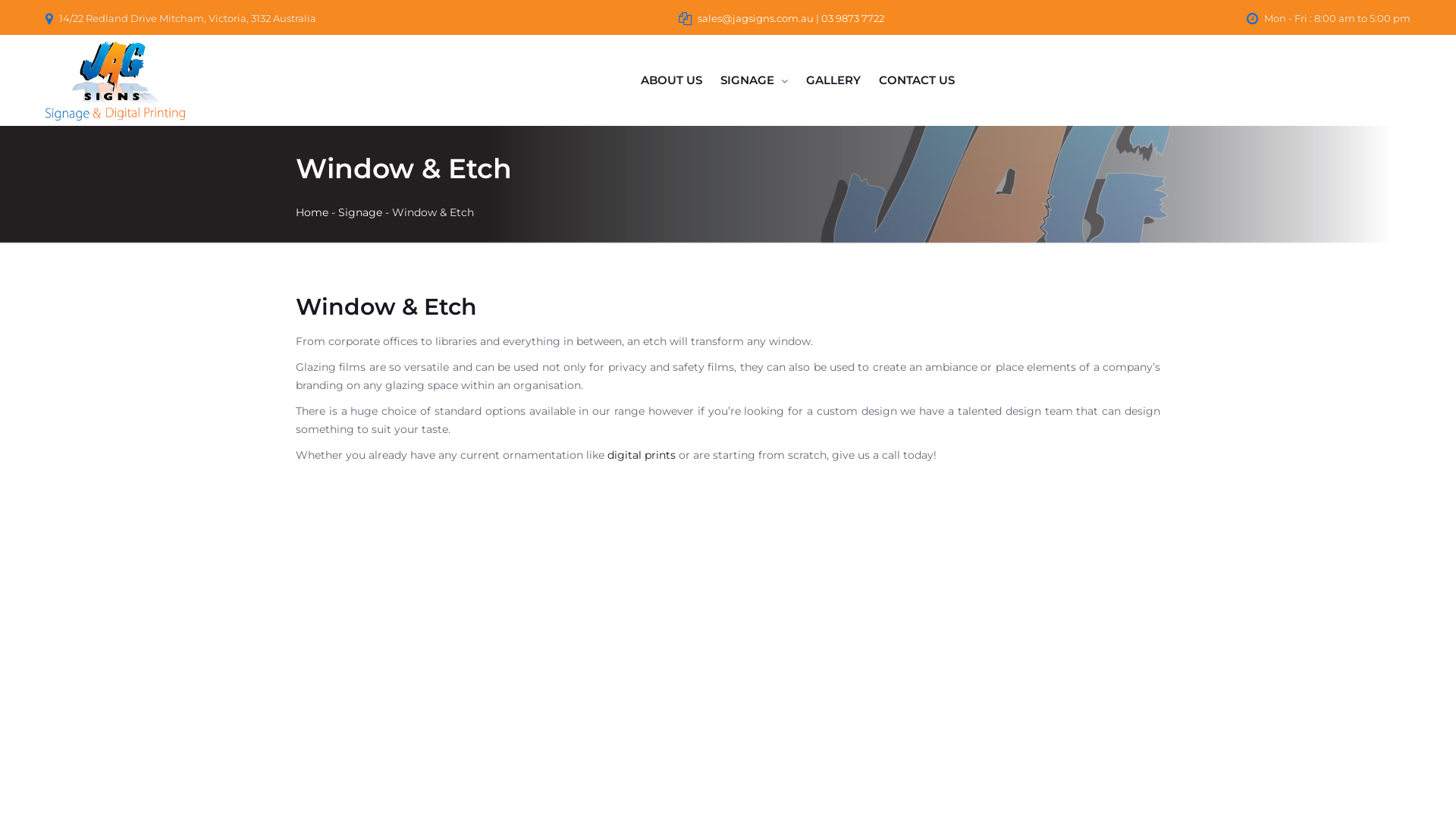  What do you see at coordinates (607, 454) in the screenshot?
I see `'digital prints'` at bounding box center [607, 454].